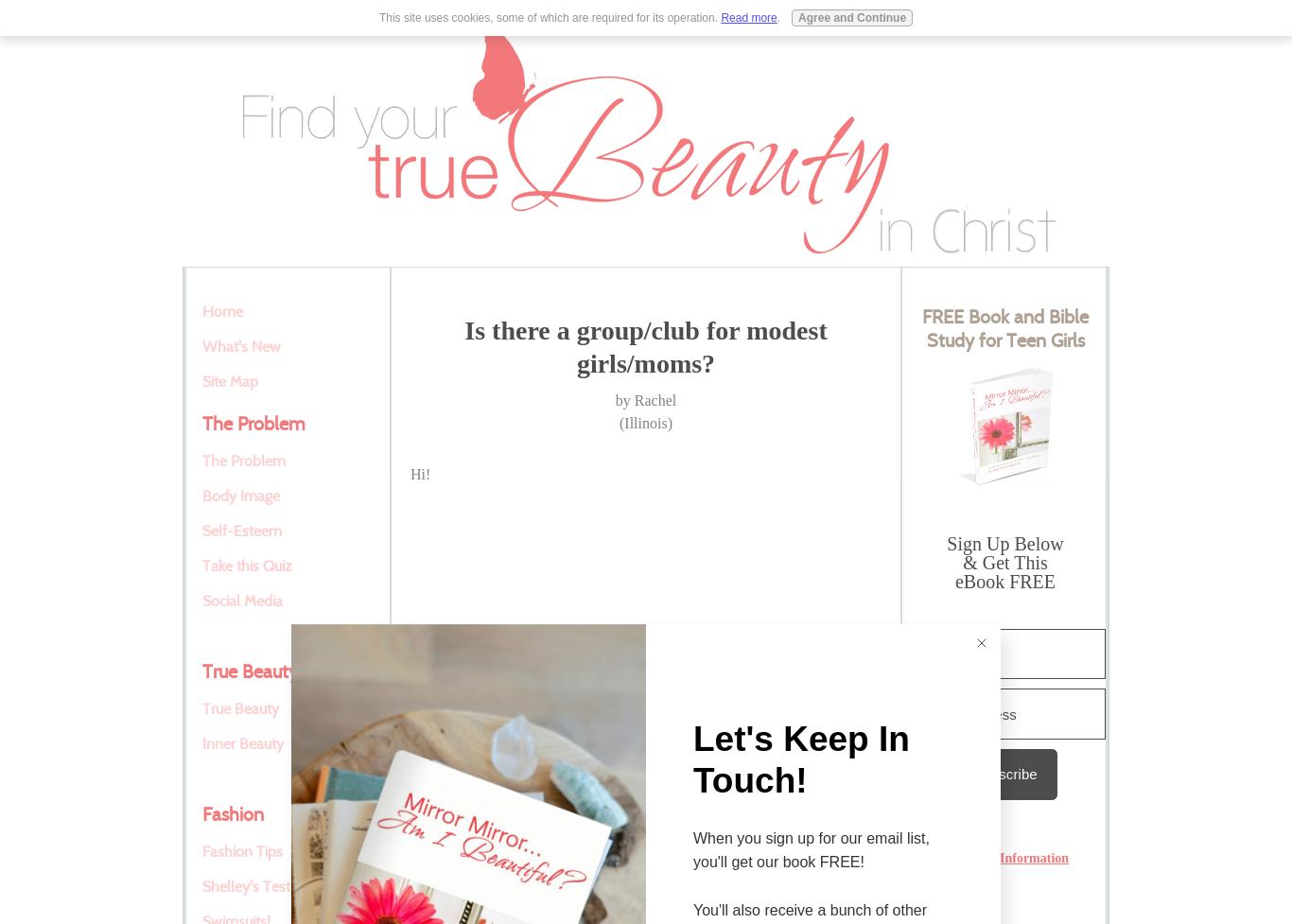 The image size is (1292, 924). I want to click on '(Illinois)', so click(646, 423).